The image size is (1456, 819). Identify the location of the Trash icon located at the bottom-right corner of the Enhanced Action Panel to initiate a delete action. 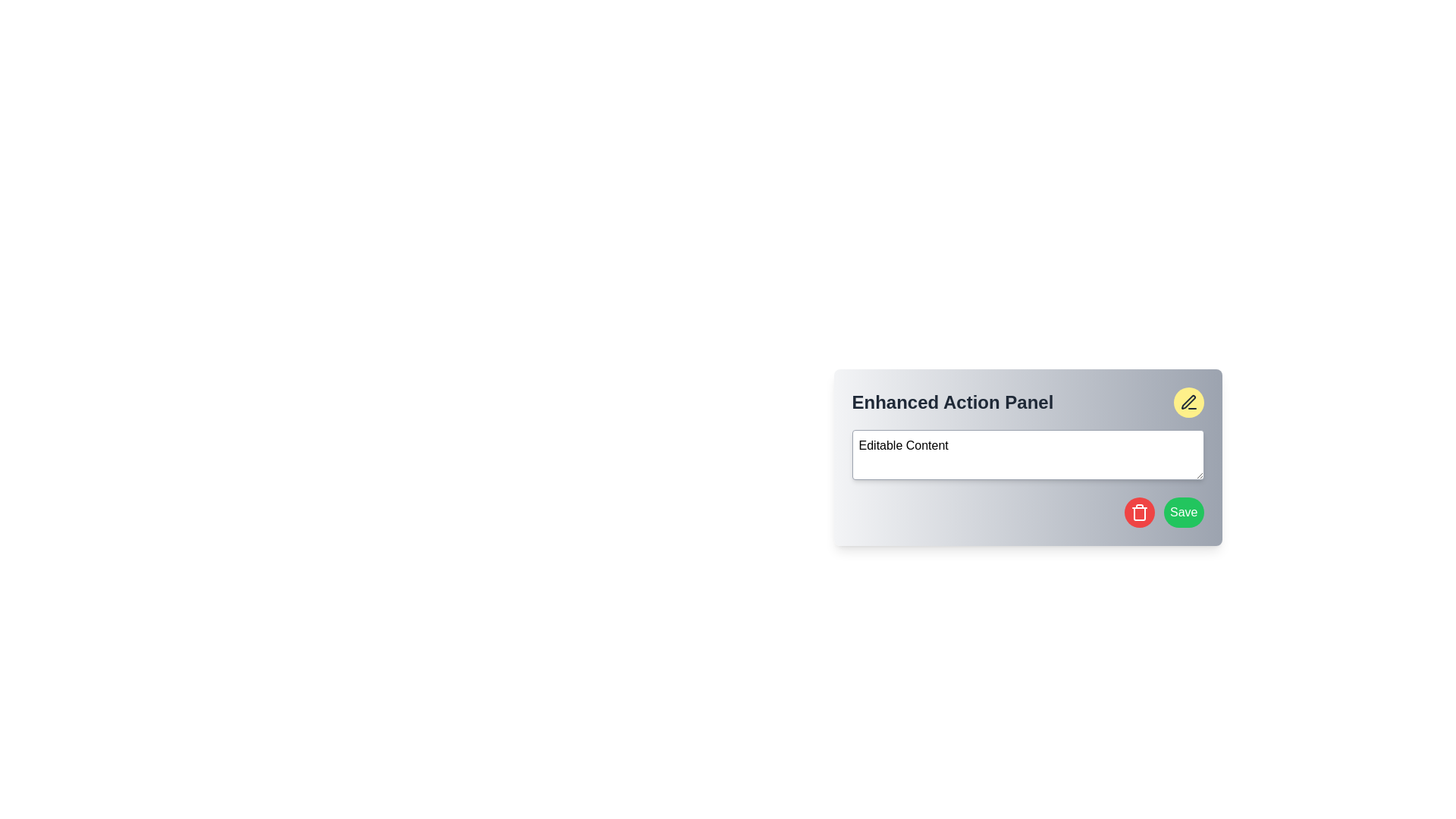
(1139, 512).